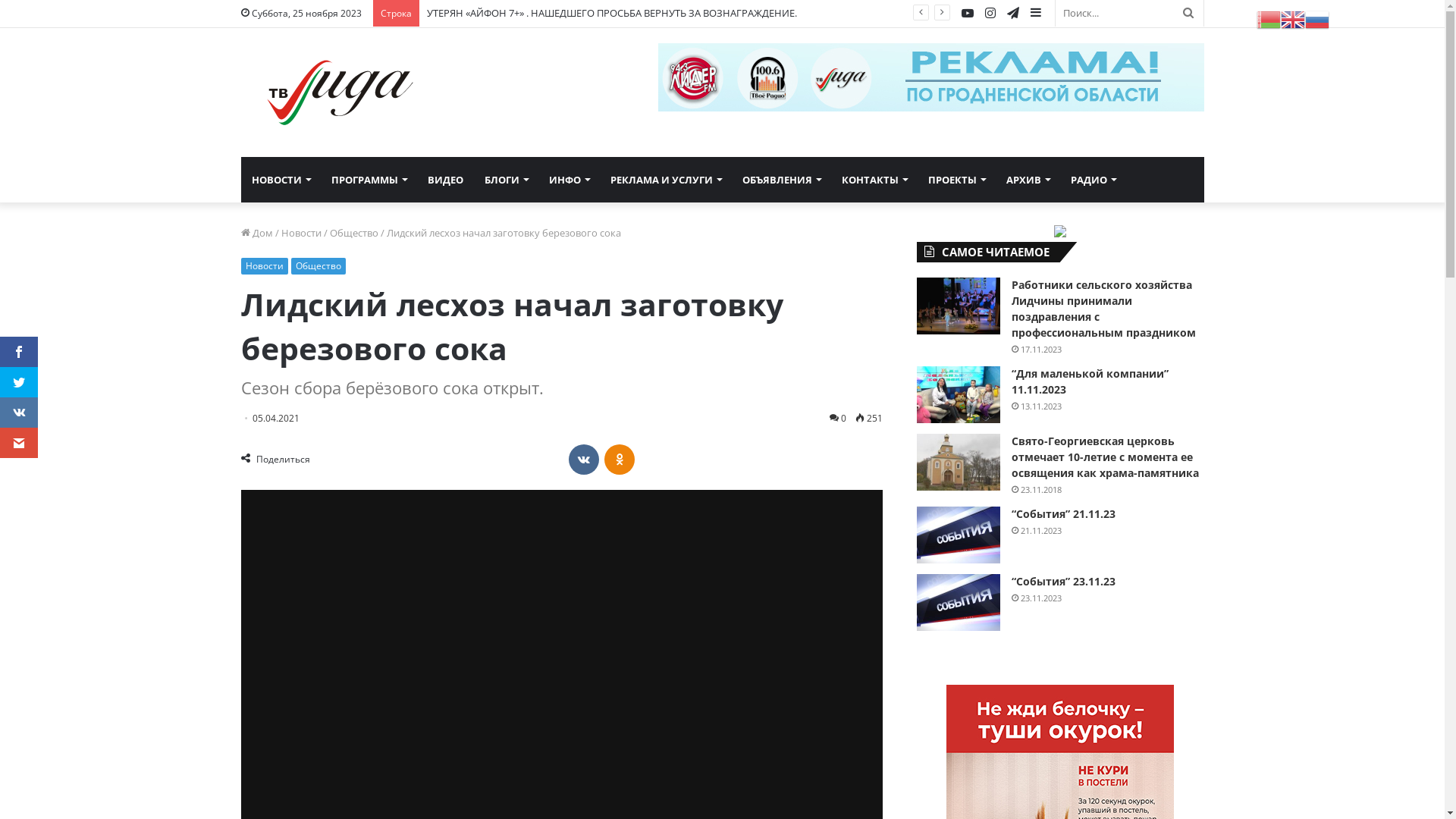 The image size is (1456, 819). I want to click on 'YouTube', so click(966, 14).